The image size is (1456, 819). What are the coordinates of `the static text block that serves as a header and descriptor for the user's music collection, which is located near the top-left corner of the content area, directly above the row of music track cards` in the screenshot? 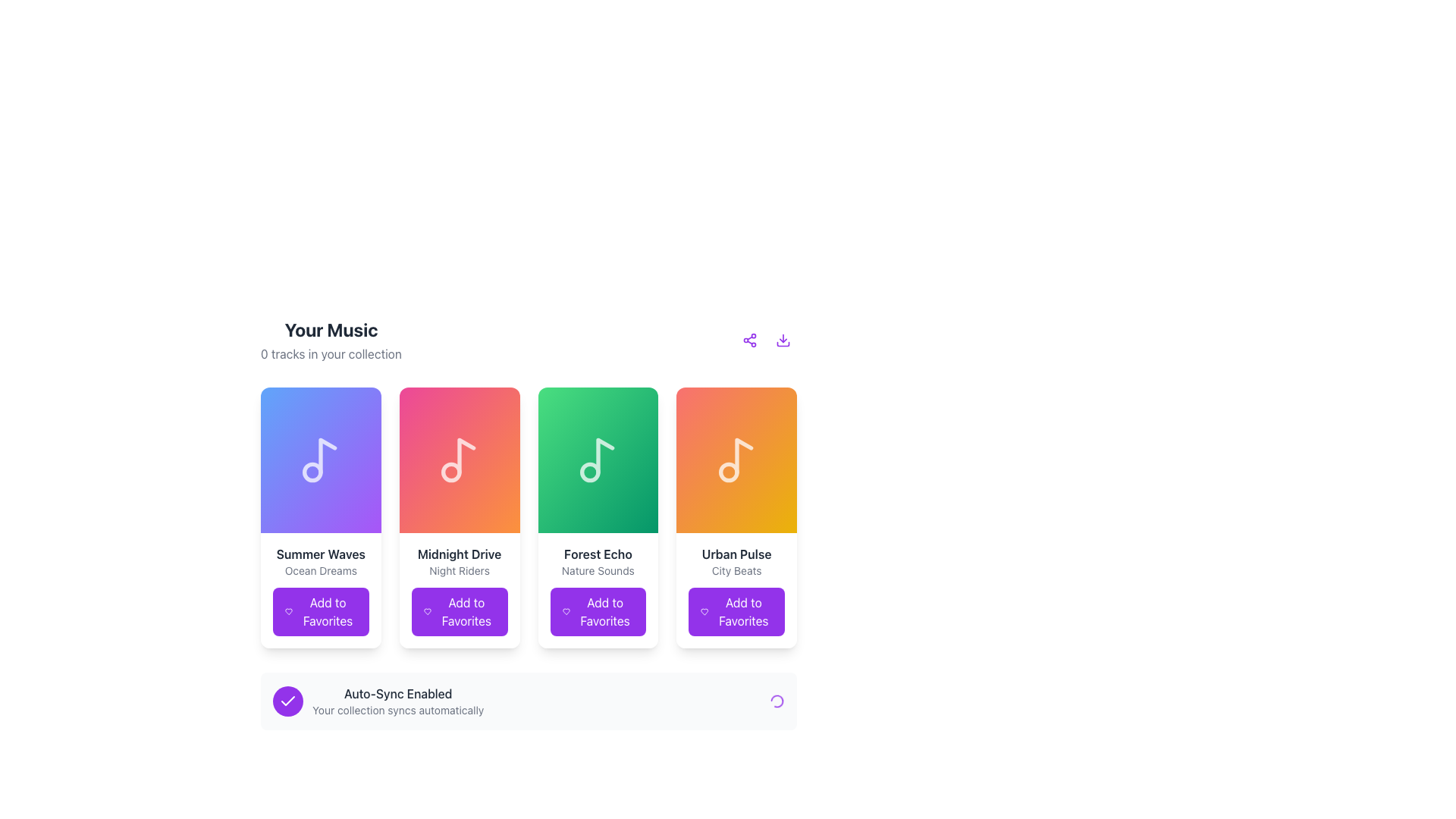 It's located at (330, 339).